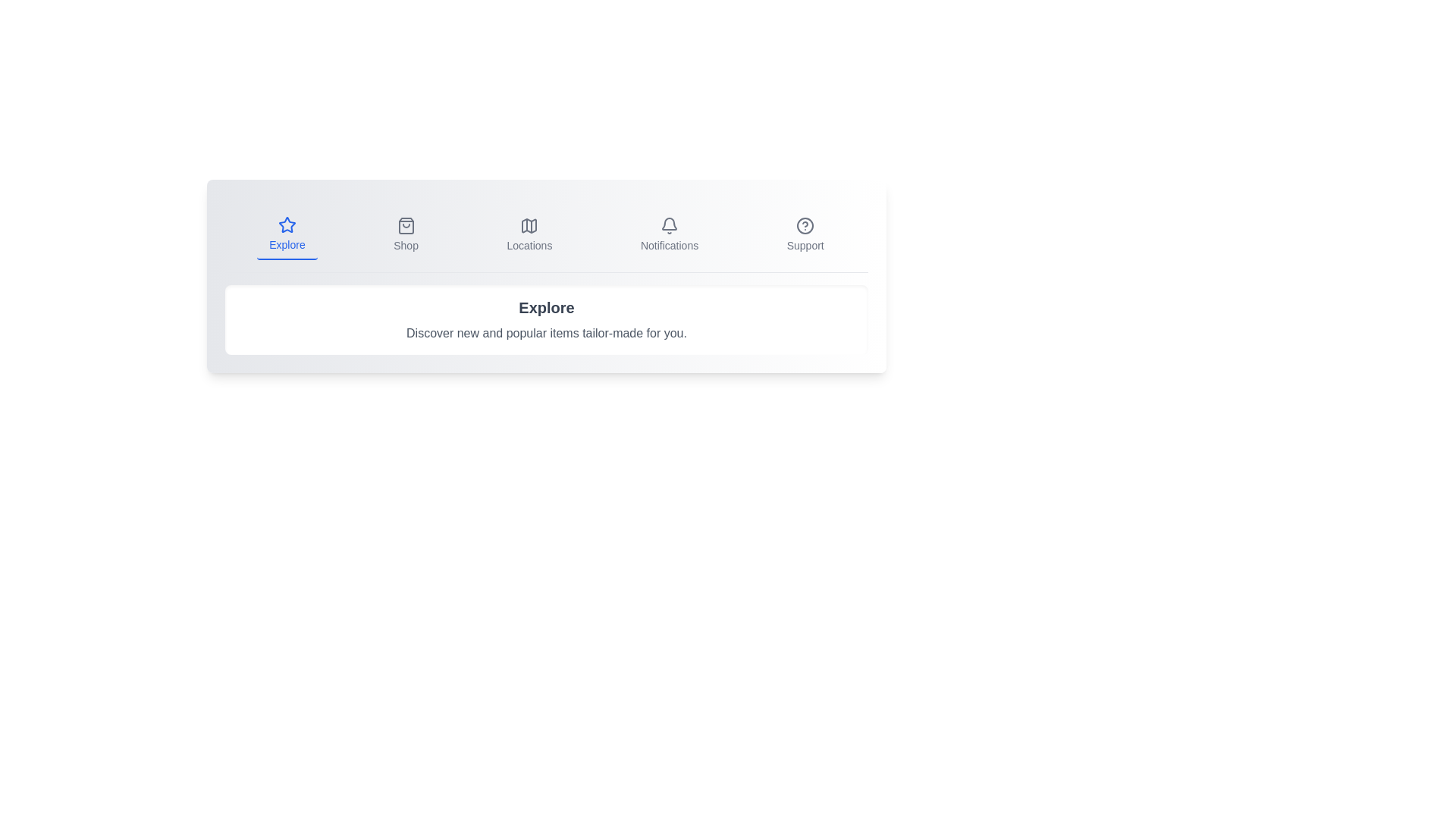 This screenshot has height=819, width=1456. Describe the element at coordinates (546, 318) in the screenshot. I see `description of the Informational Panel that introduces the 'Explore' feature, positioned at the bottom of the navigation links` at that location.